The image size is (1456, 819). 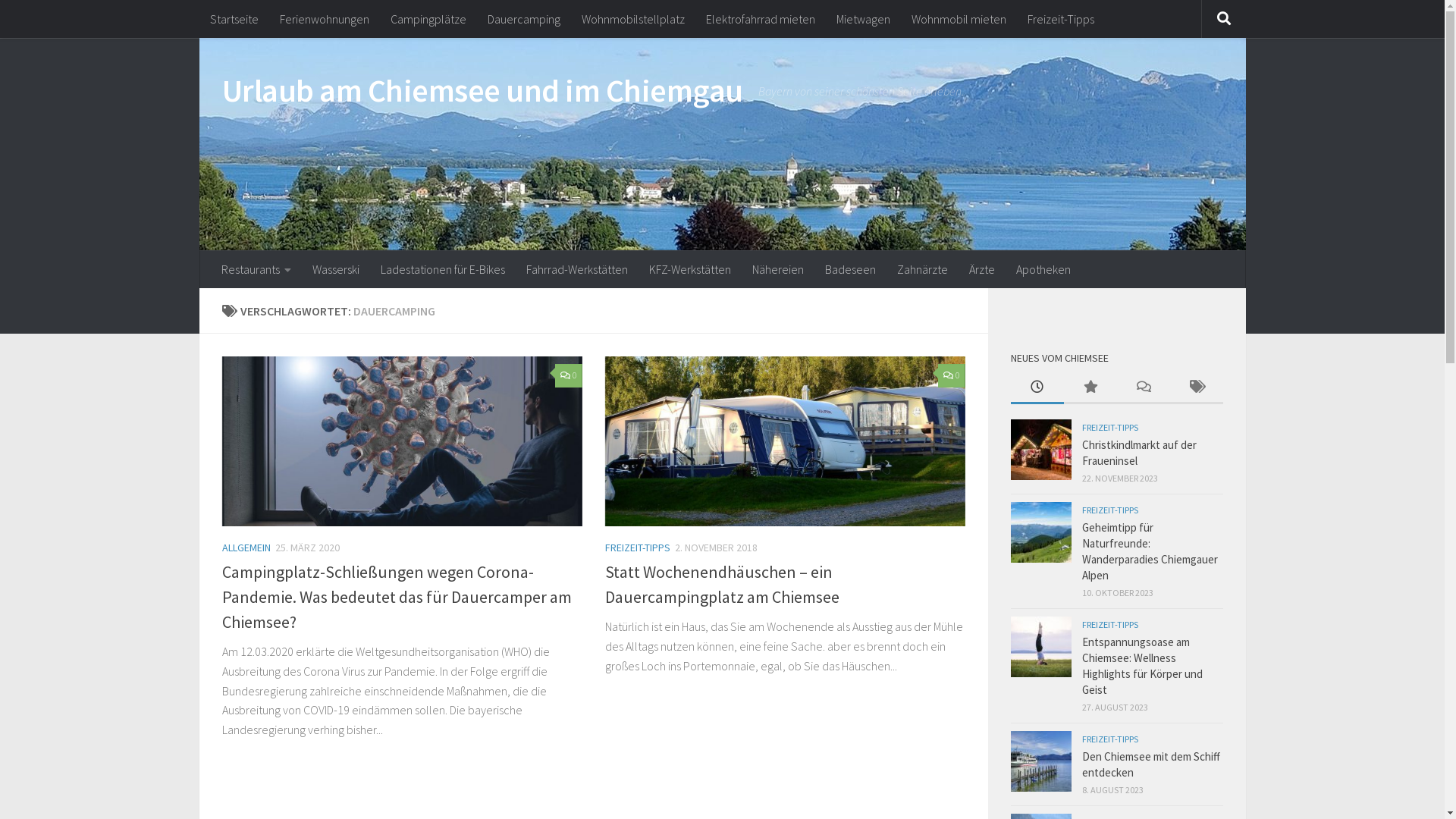 I want to click on 'Freizeit-Tipps', so click(x=1059, y=18).